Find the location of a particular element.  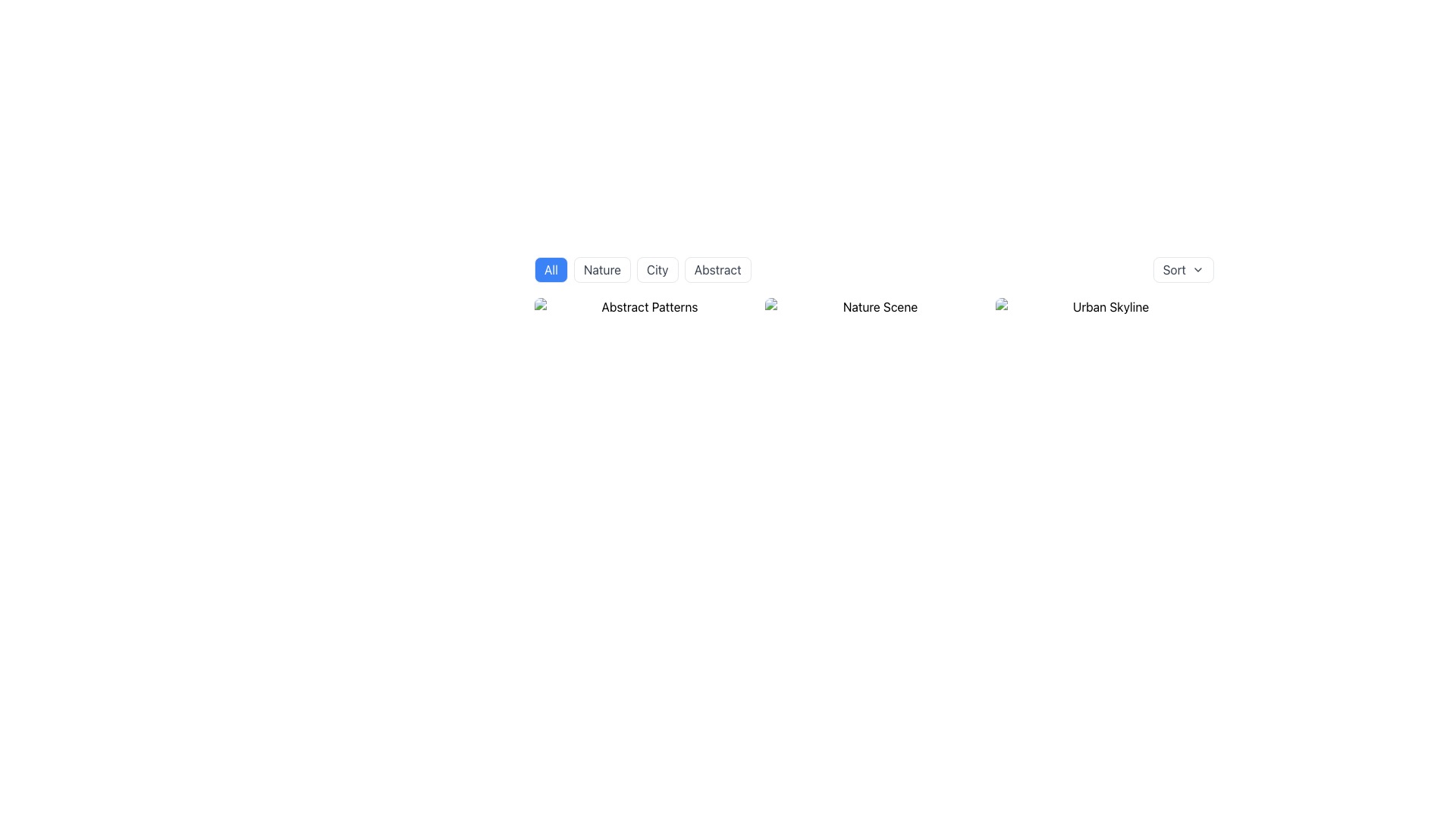

the 'City' button, which is the third button from the left in a group of four is located at coordinates (657, 268).